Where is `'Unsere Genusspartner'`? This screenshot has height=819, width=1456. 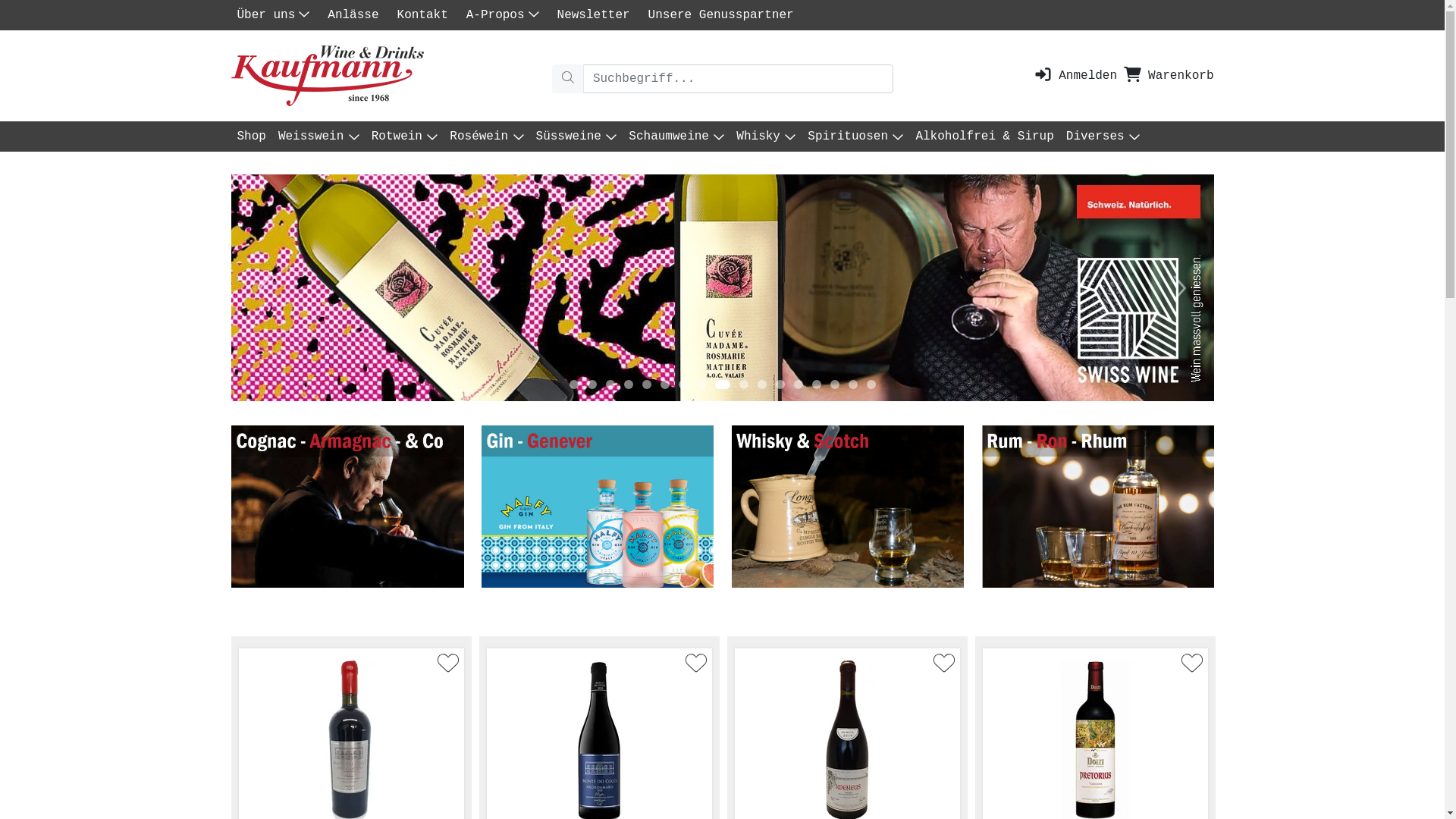
'Unsere Genusspartner' is located at coordinates (642, 14).